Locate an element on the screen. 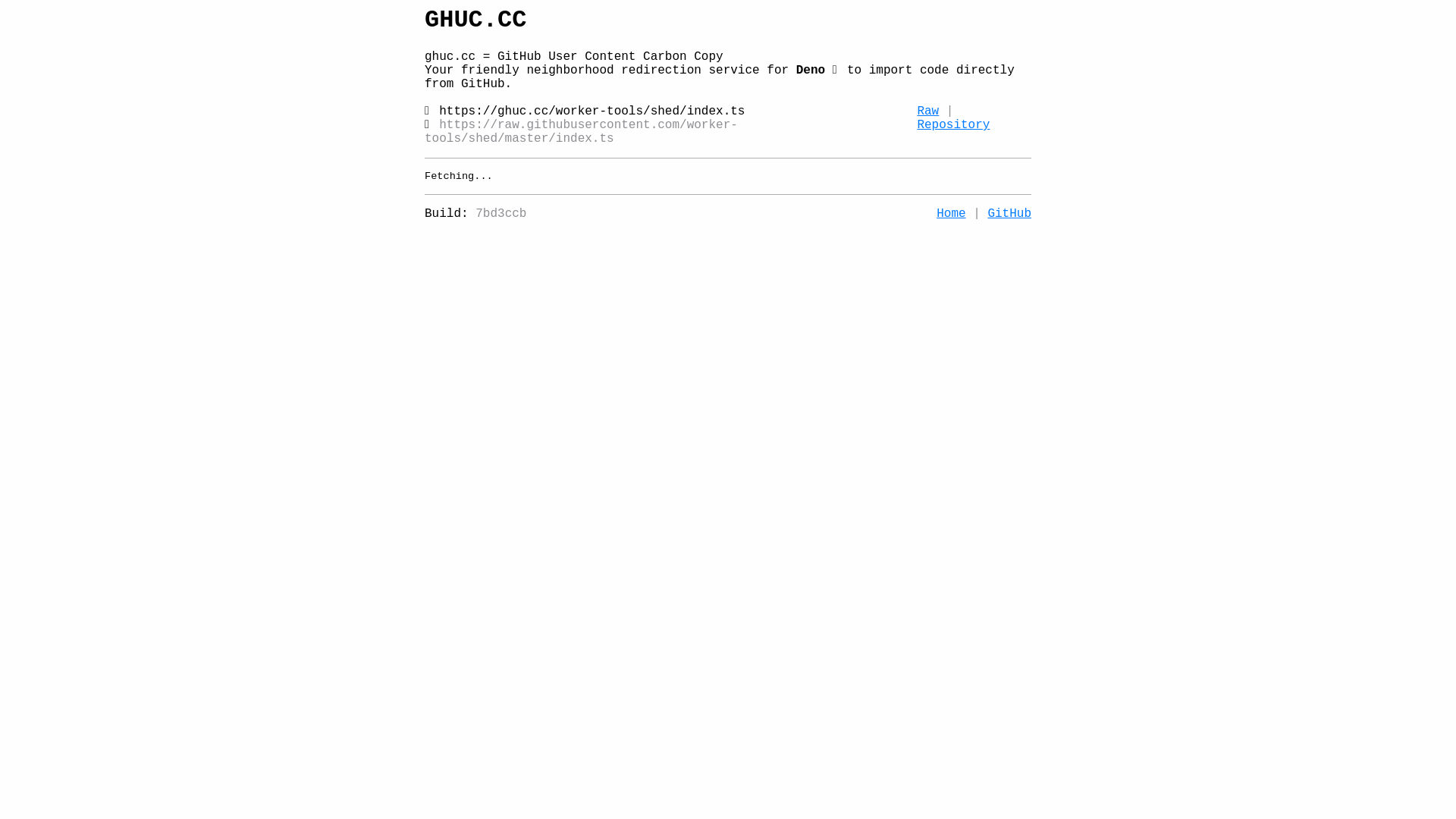  'Repository' is located at coordinates (952, 124).